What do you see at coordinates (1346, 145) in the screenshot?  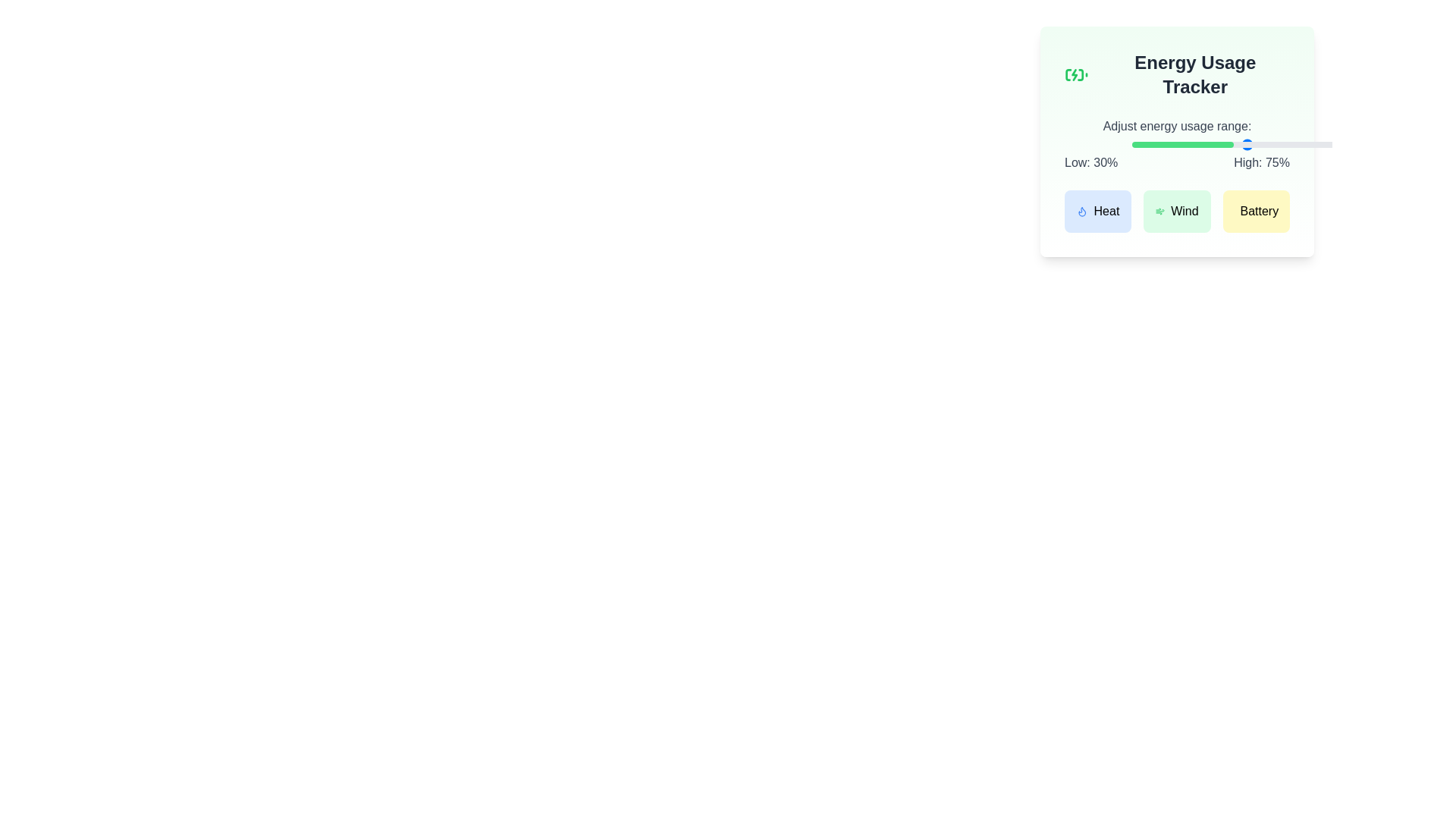 I see `the energy usage range` at bounding box center [1346, 145].